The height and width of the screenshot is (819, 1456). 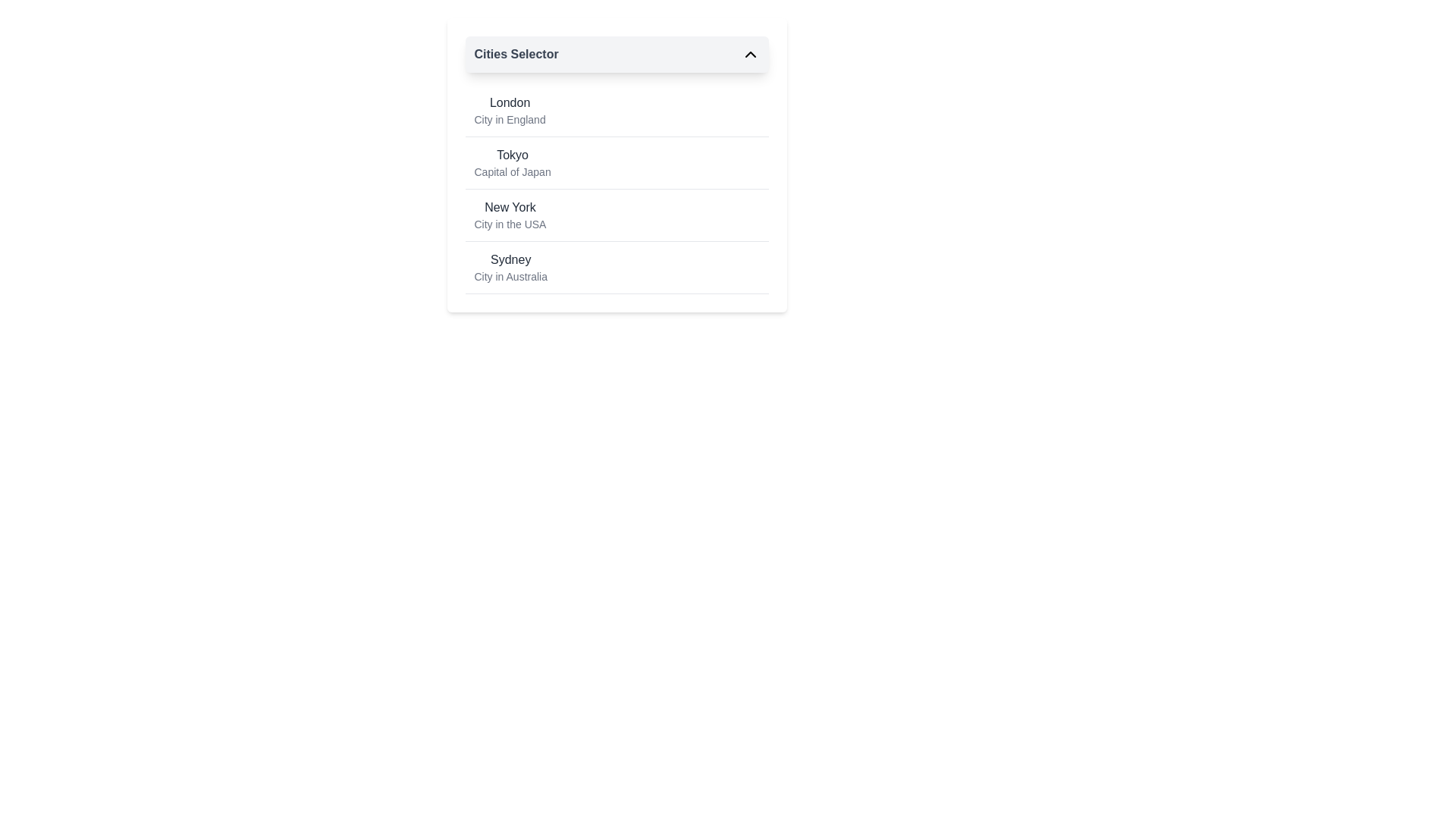 I want to click on the fourth entry in the dropdown menu that displays 'Sydney' as the chosen city, which is represented by a bold first line and a lighter second line reading 'City in Australia.', so click(x=510, y=267).